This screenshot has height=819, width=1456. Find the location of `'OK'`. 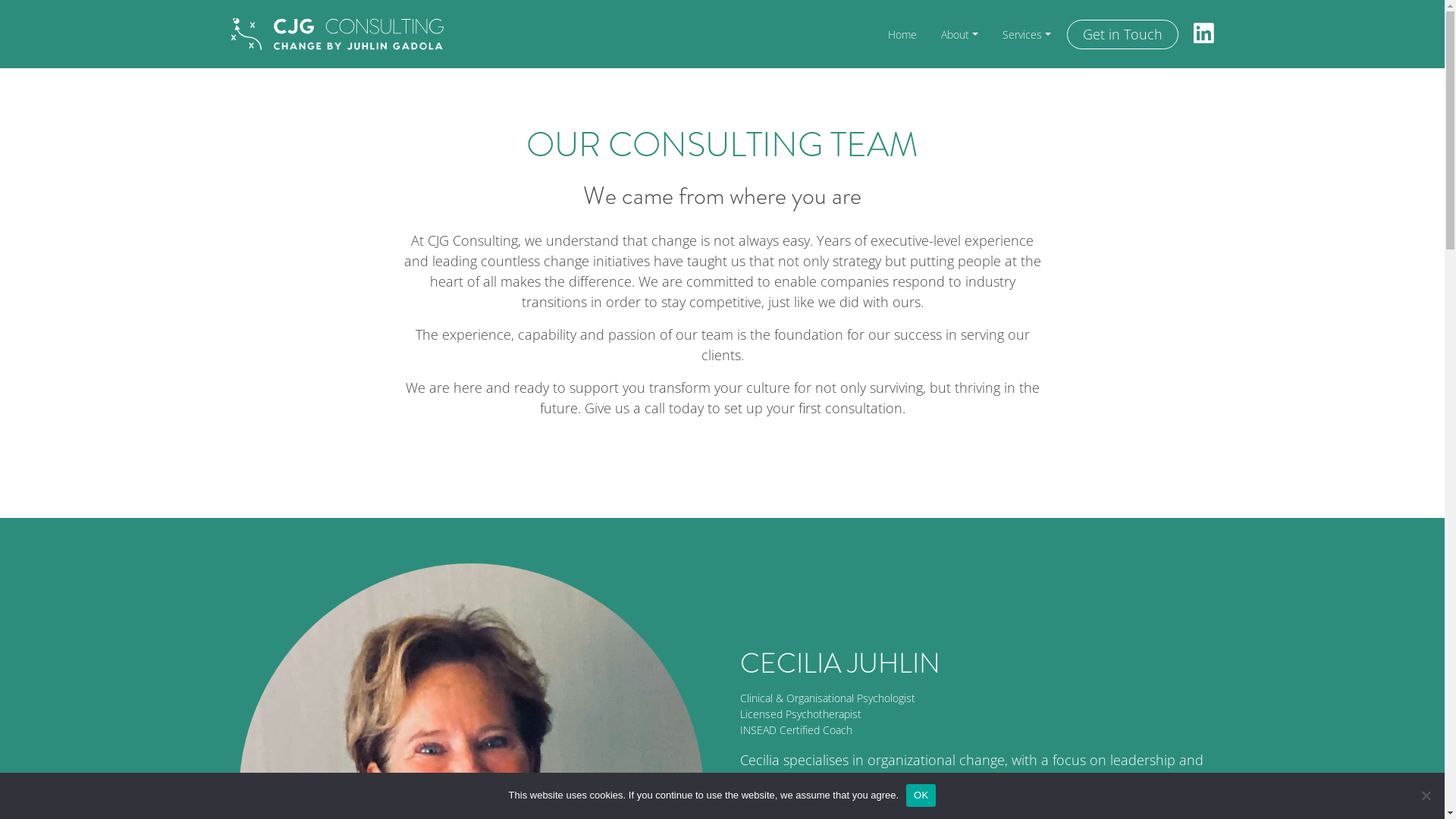

'OK' is located at coordinates (920, 795).